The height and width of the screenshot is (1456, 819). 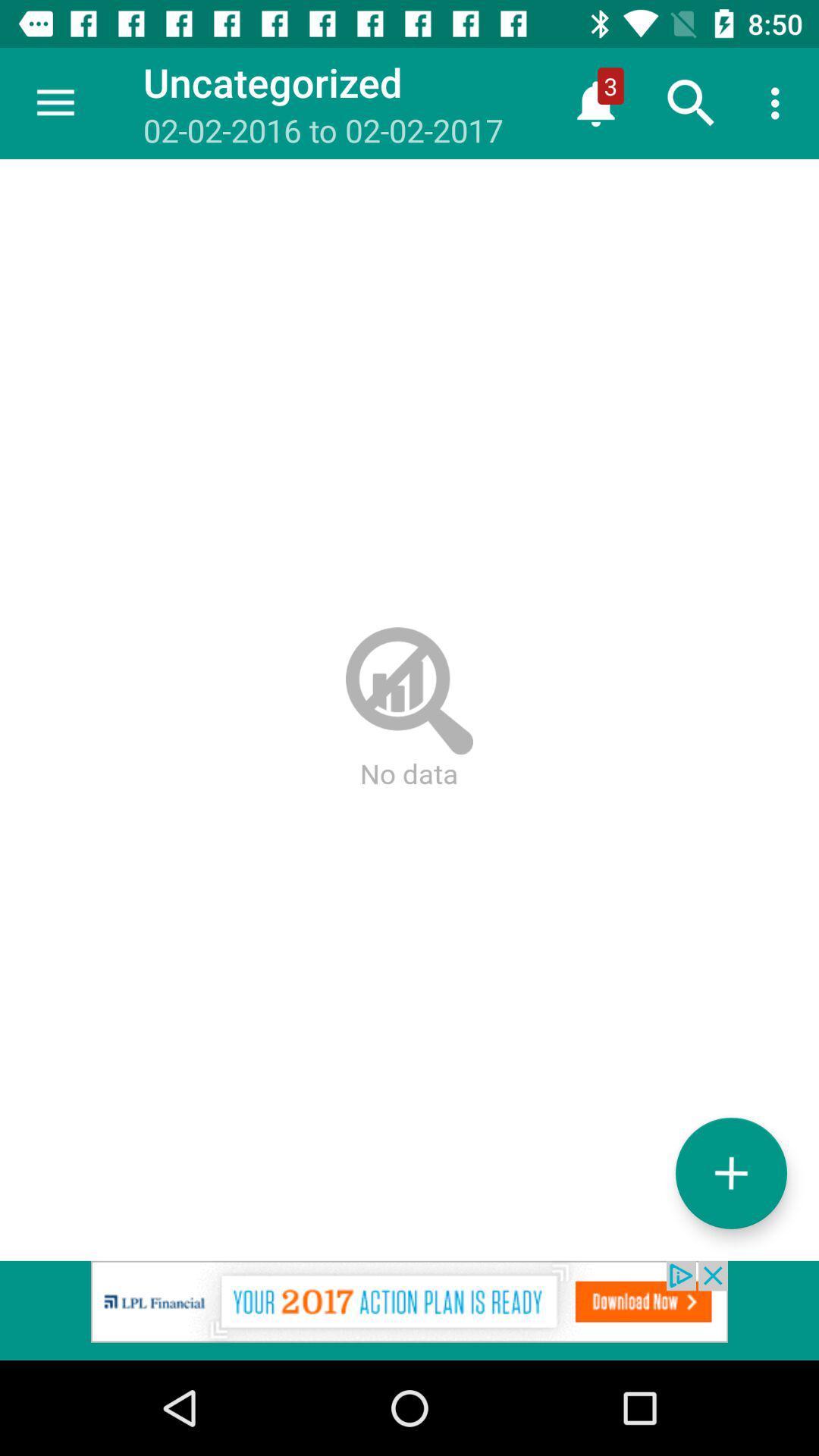 I want to click on swtich autoplay option, so click(x=730, y=1172).